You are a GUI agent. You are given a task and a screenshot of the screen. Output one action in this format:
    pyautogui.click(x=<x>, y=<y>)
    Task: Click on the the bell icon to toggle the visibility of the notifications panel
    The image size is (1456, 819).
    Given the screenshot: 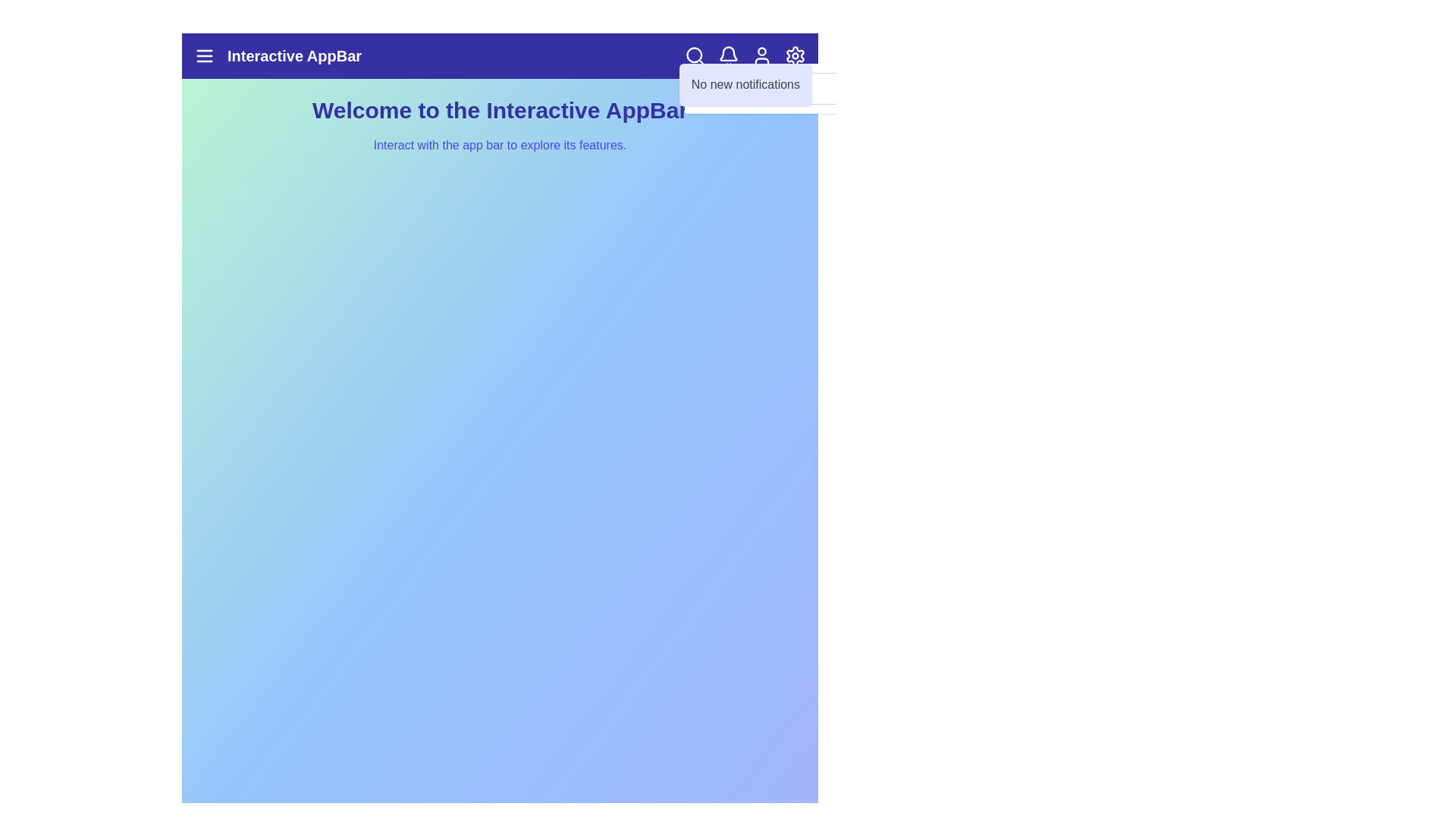 What is the action you would take?
    pyautogui.click(x=728, y=55)
    